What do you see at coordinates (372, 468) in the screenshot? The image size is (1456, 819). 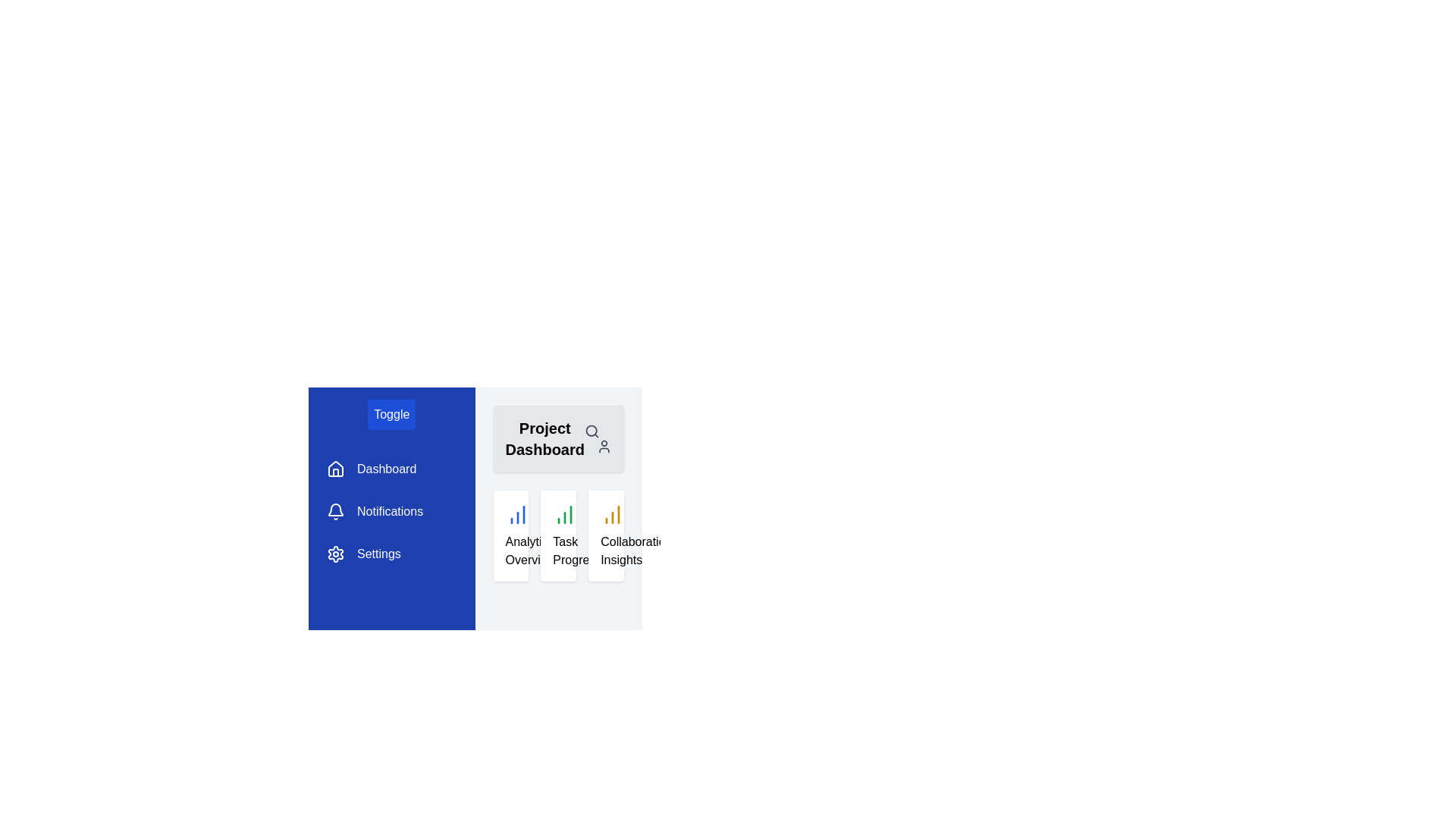 I see `the interactive navigation button for the 'Dashboard' section located at the top of the vertical navigation bar` at bounding box center [372, 468].